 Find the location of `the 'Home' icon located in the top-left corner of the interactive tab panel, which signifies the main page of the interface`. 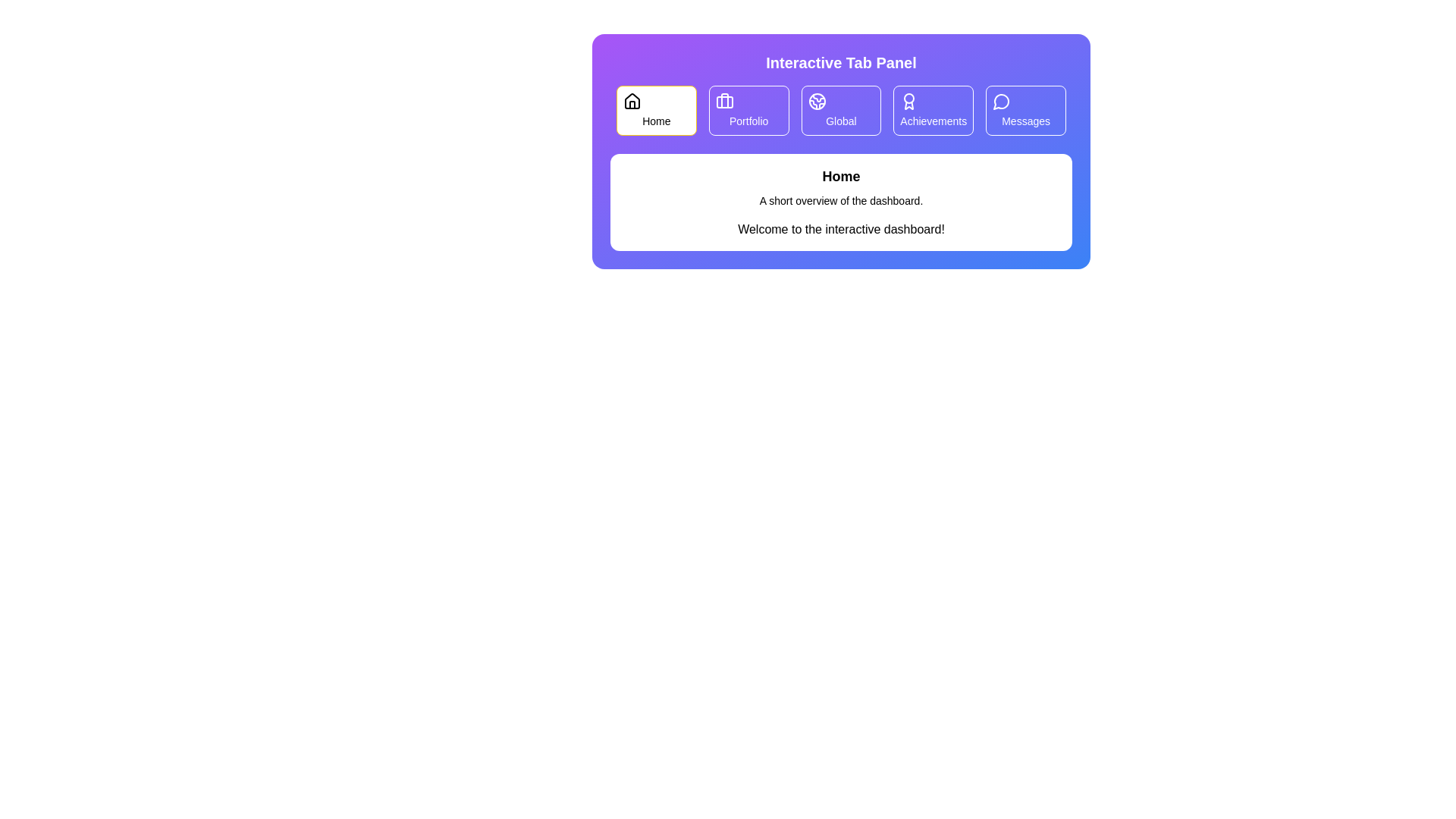

the 'Home' icon located in the top-left corner of the interactive tab panel, which signifies the main page of the interface is located at coordinates (632, 102).